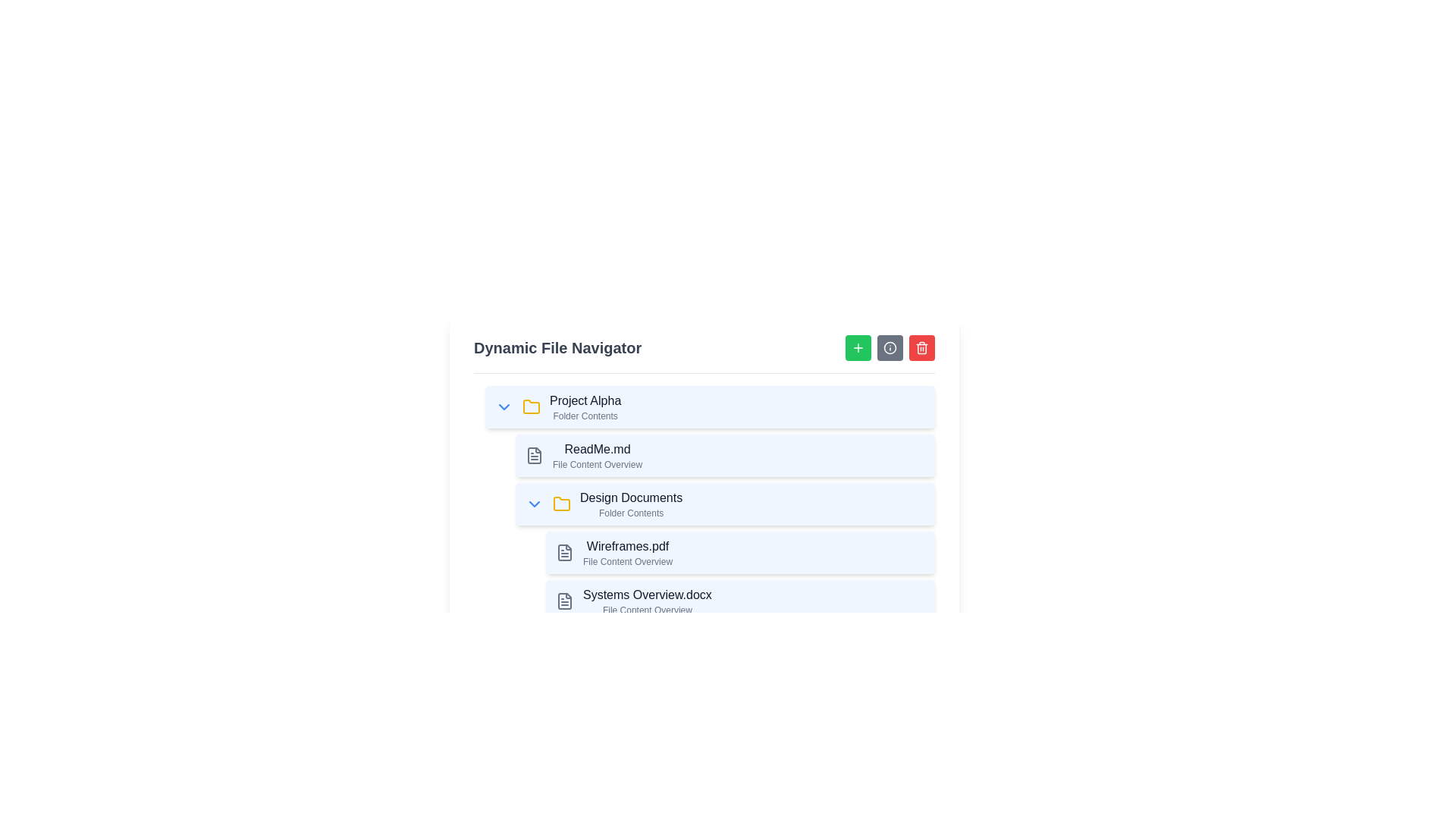 This screenshot has height=819, width=1456. Describe the element at coordinates (535, 455) in the screenshot. I see `the file icon representing the 'ReadMe.md' text-based file, which is located in the file navigator interface, to the left of the label 'ReadMe.md'` at that location.